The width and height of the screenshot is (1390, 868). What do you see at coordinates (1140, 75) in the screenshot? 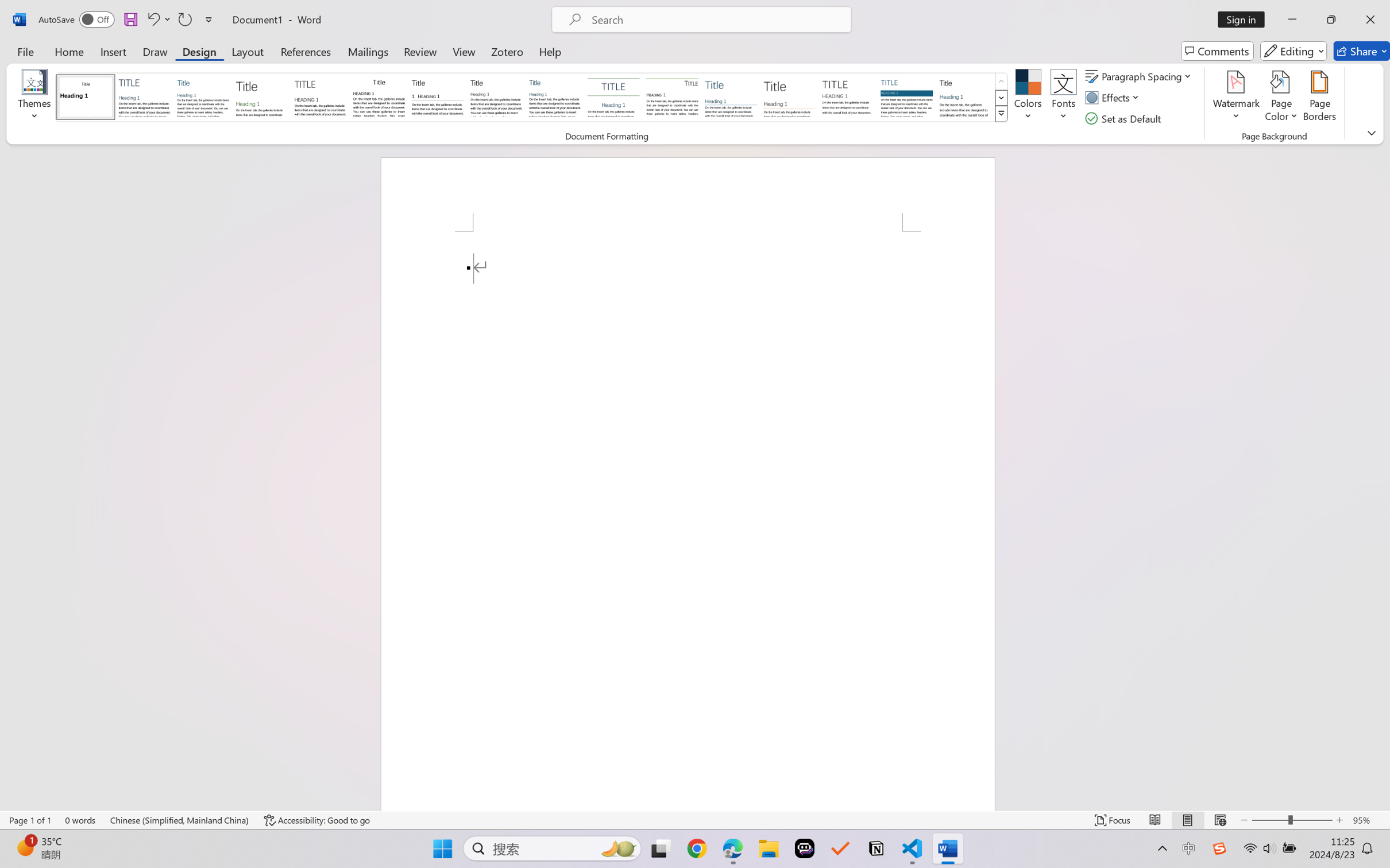
I see `'Paragraph Spacing'` at bounding box center [1140, 75].